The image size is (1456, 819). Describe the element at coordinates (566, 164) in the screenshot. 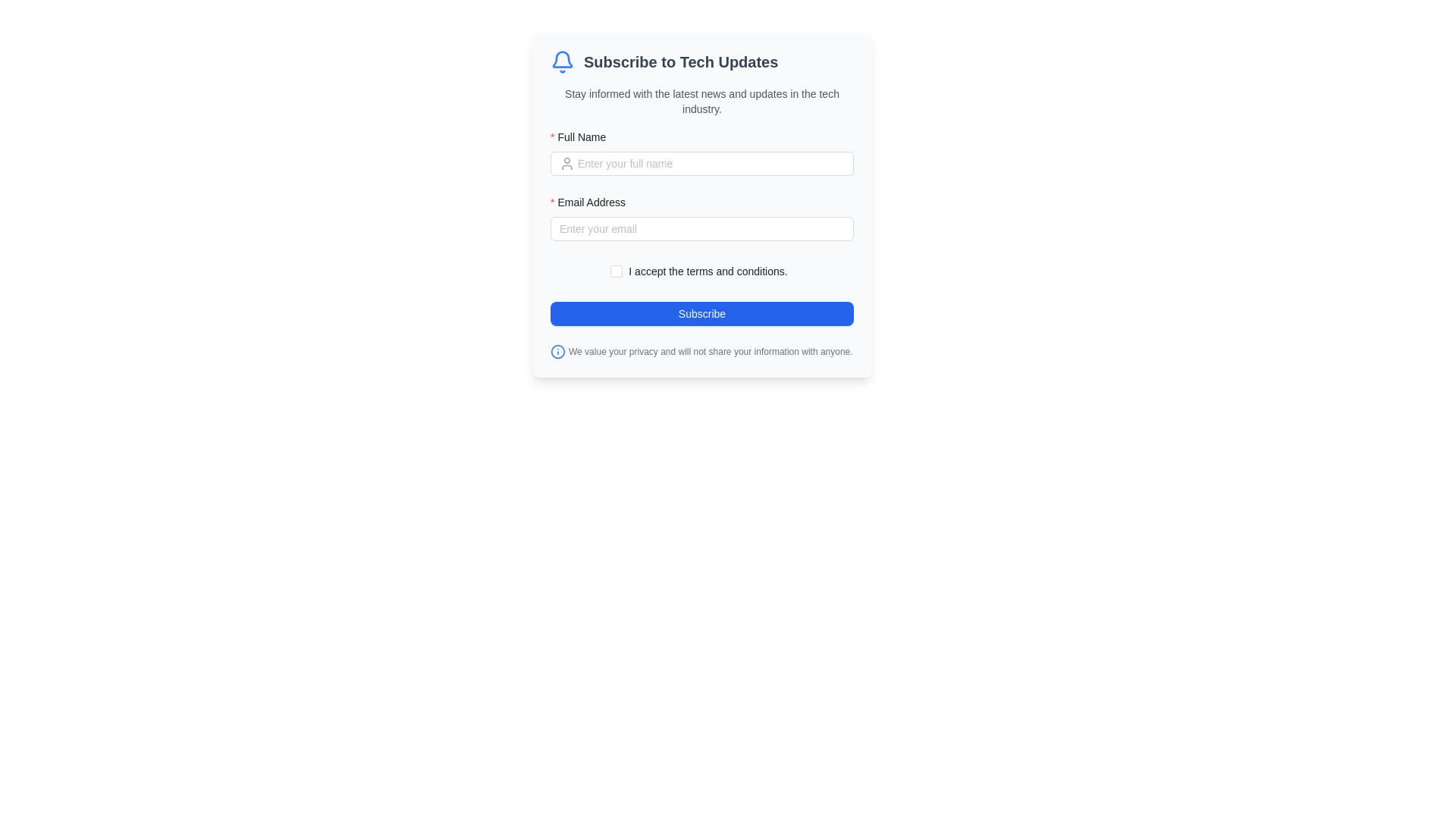

I see `the icon that serves as a visual indicator for the 'Full Name' input field, positioned to its left` at that location.